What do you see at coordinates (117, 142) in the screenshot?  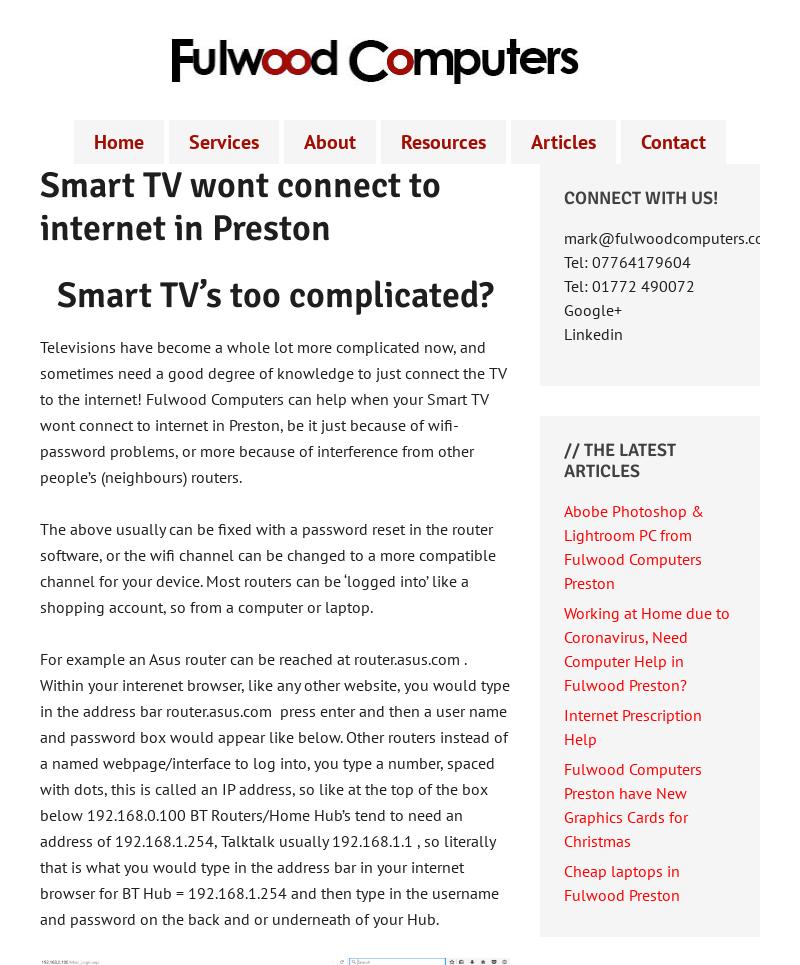 I see `'Home'` at bounding box center [117, 142].